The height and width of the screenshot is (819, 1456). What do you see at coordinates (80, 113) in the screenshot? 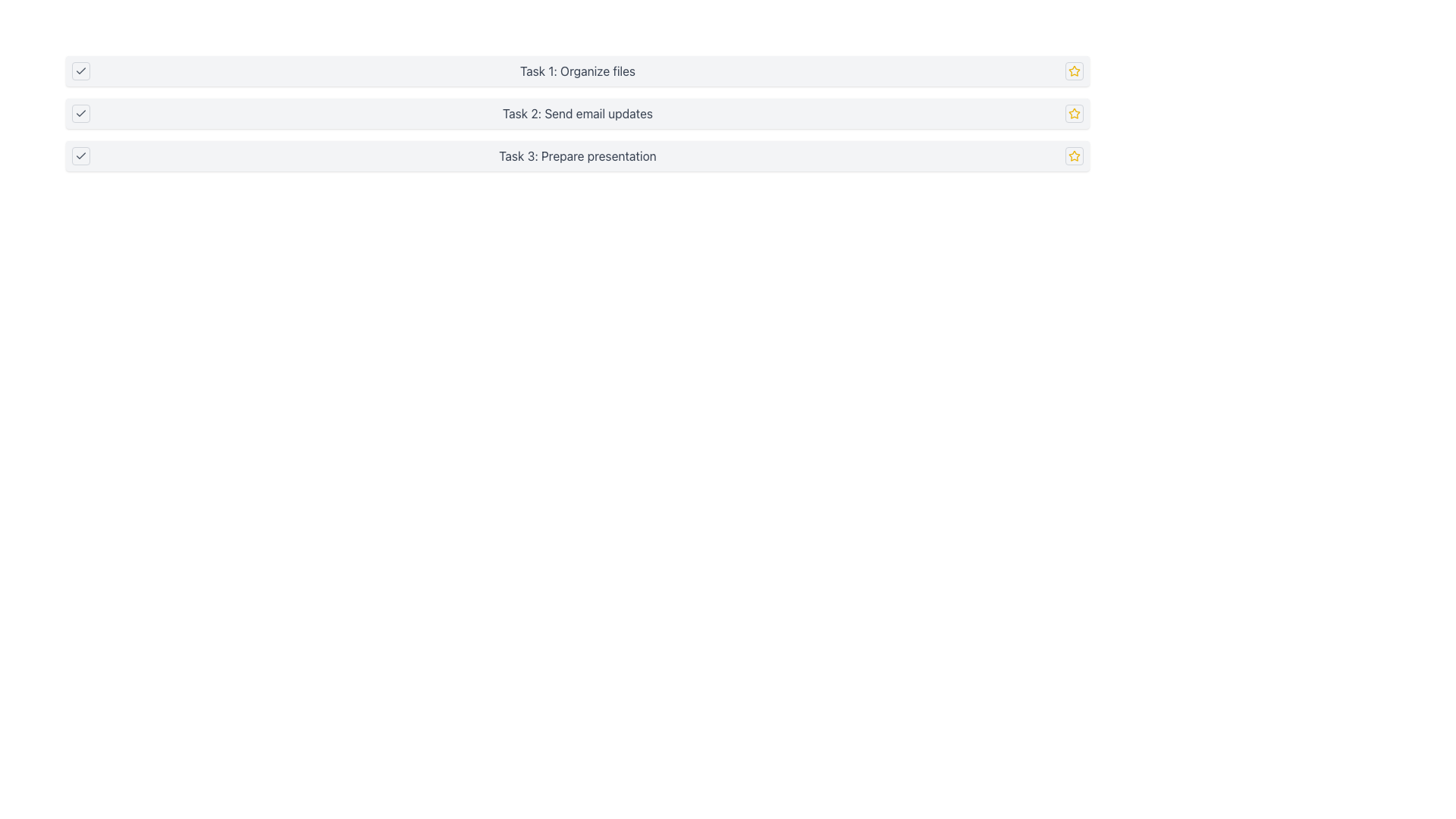
I see `the Checkbox represented by a gray checkmark icon in the second row of the list layout to possibly reveal additional information` at bounding box center [80, 113].